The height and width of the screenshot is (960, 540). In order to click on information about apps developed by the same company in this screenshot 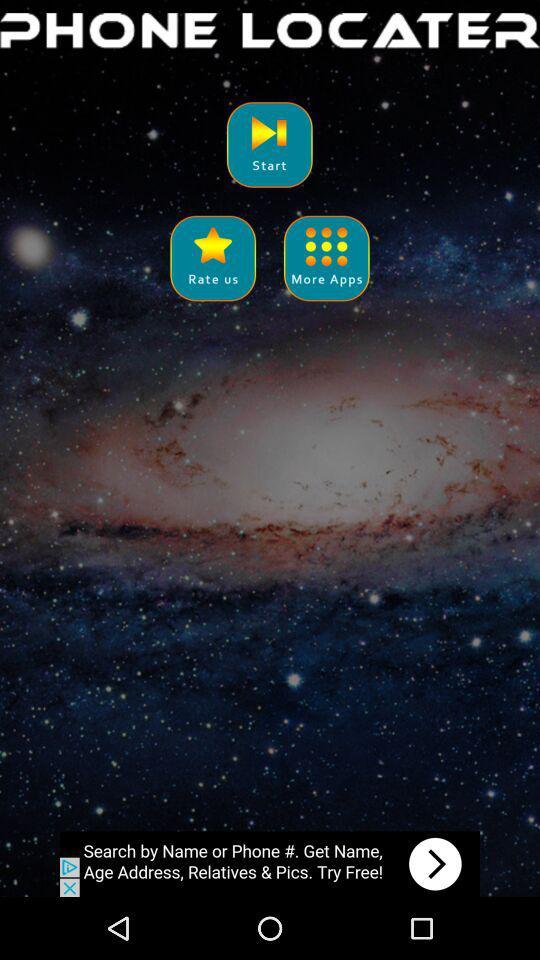, I will do `click(326, 257)`.